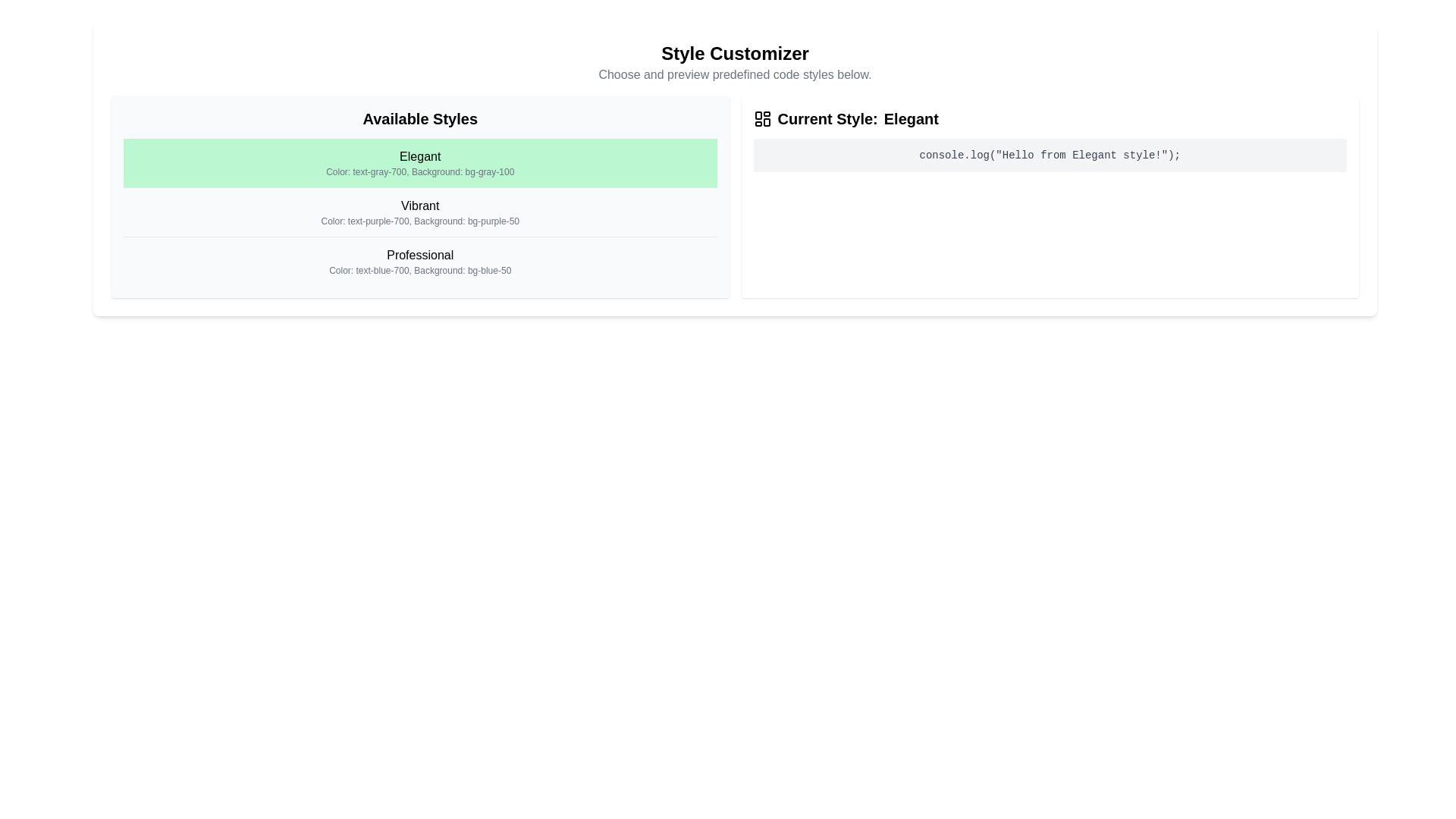 The image size is (1456, 819). I want to click on the selectable option labeled 'Elegant' with a light green background, so click(420, 163).